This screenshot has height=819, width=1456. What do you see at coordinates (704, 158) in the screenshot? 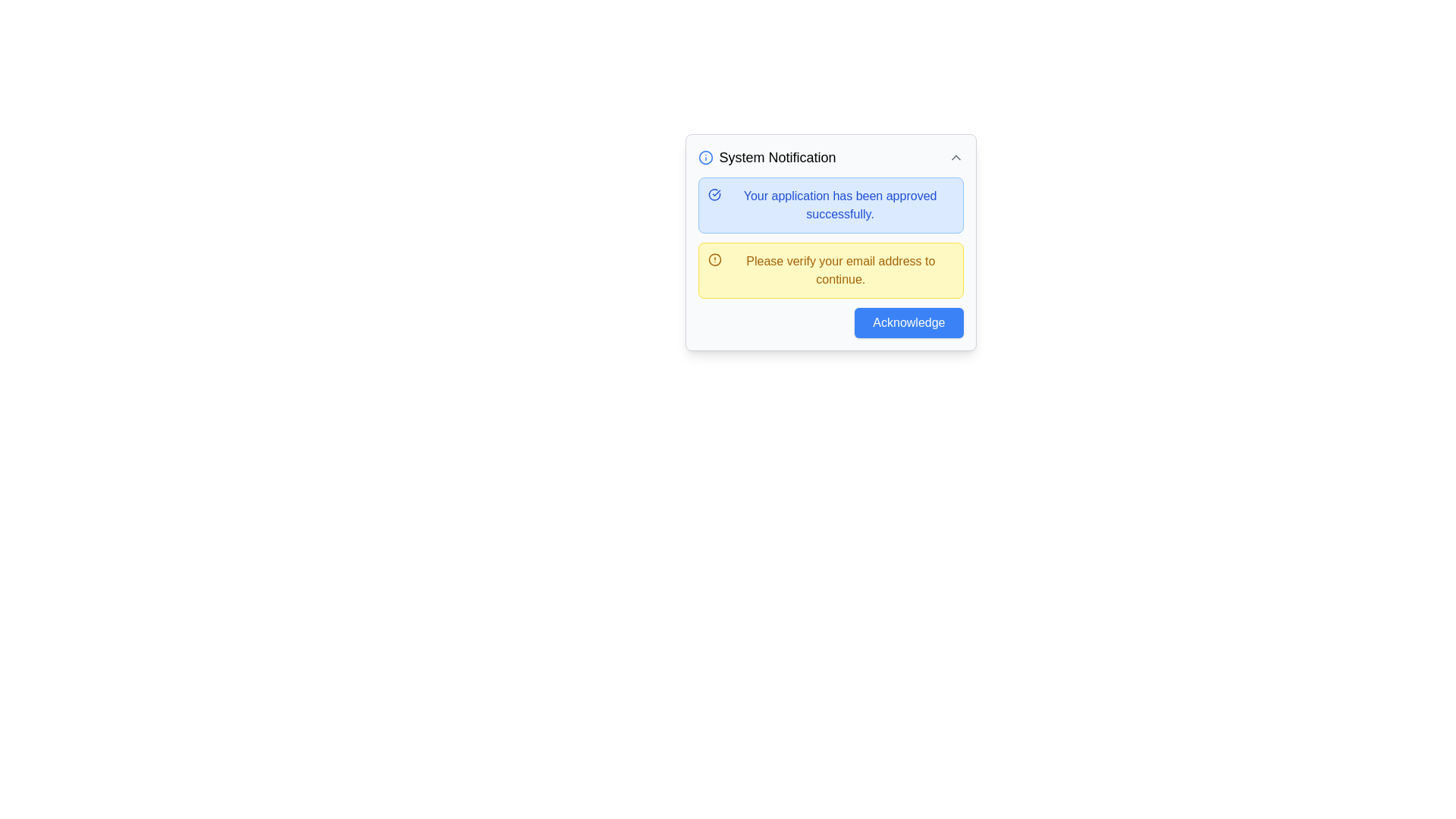
I see `the blue circular icon with a smaller blue dot at its center, which is located to the left of the text 'System Notification' in the notification panel` at bounding box center [704, 158].